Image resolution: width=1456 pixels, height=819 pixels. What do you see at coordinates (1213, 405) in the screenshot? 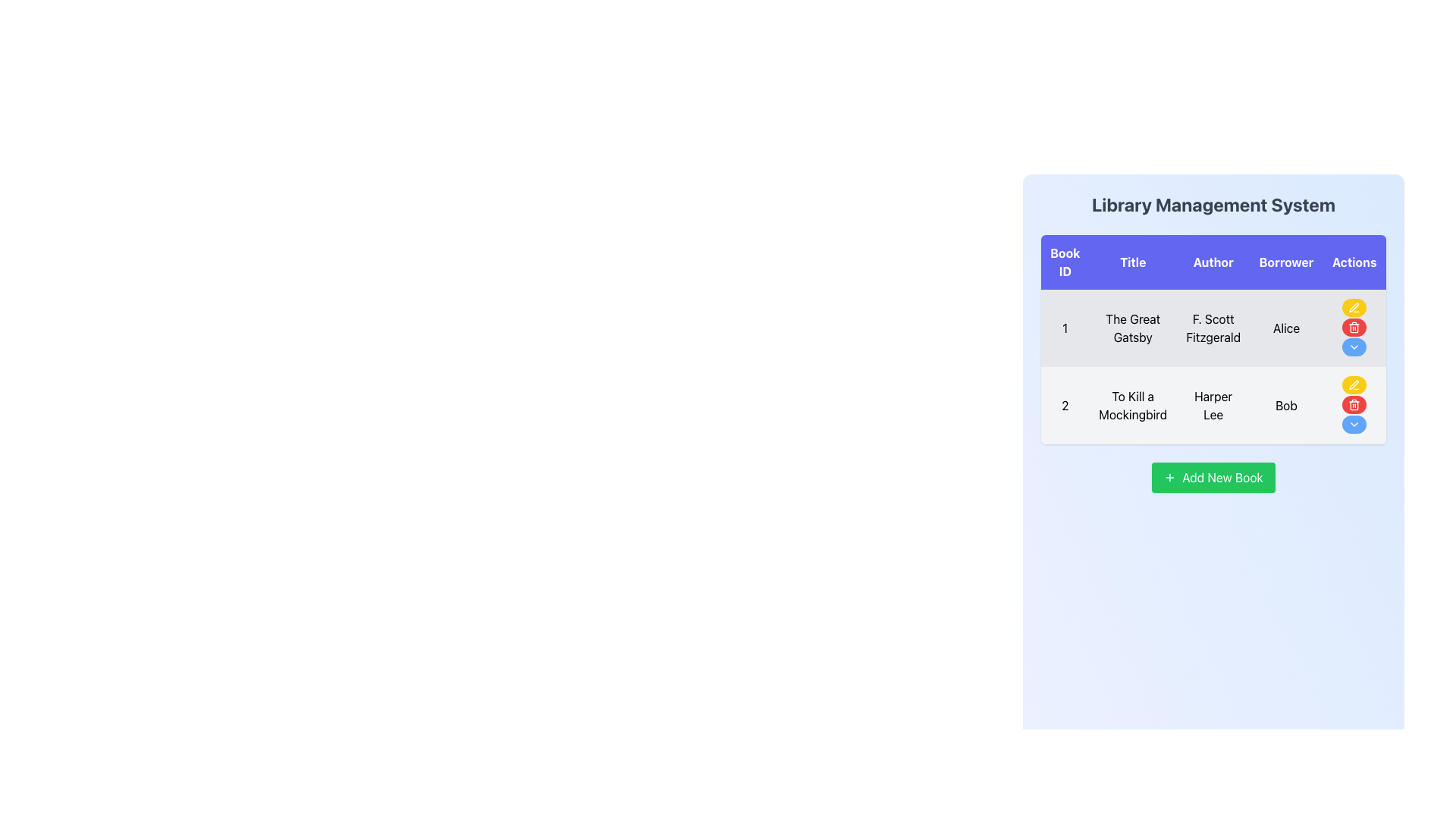
I see `the second row of the table containing 'To Kill a Mockingbird' to sort or interact with its columns` at bounding box center [1213, 405].